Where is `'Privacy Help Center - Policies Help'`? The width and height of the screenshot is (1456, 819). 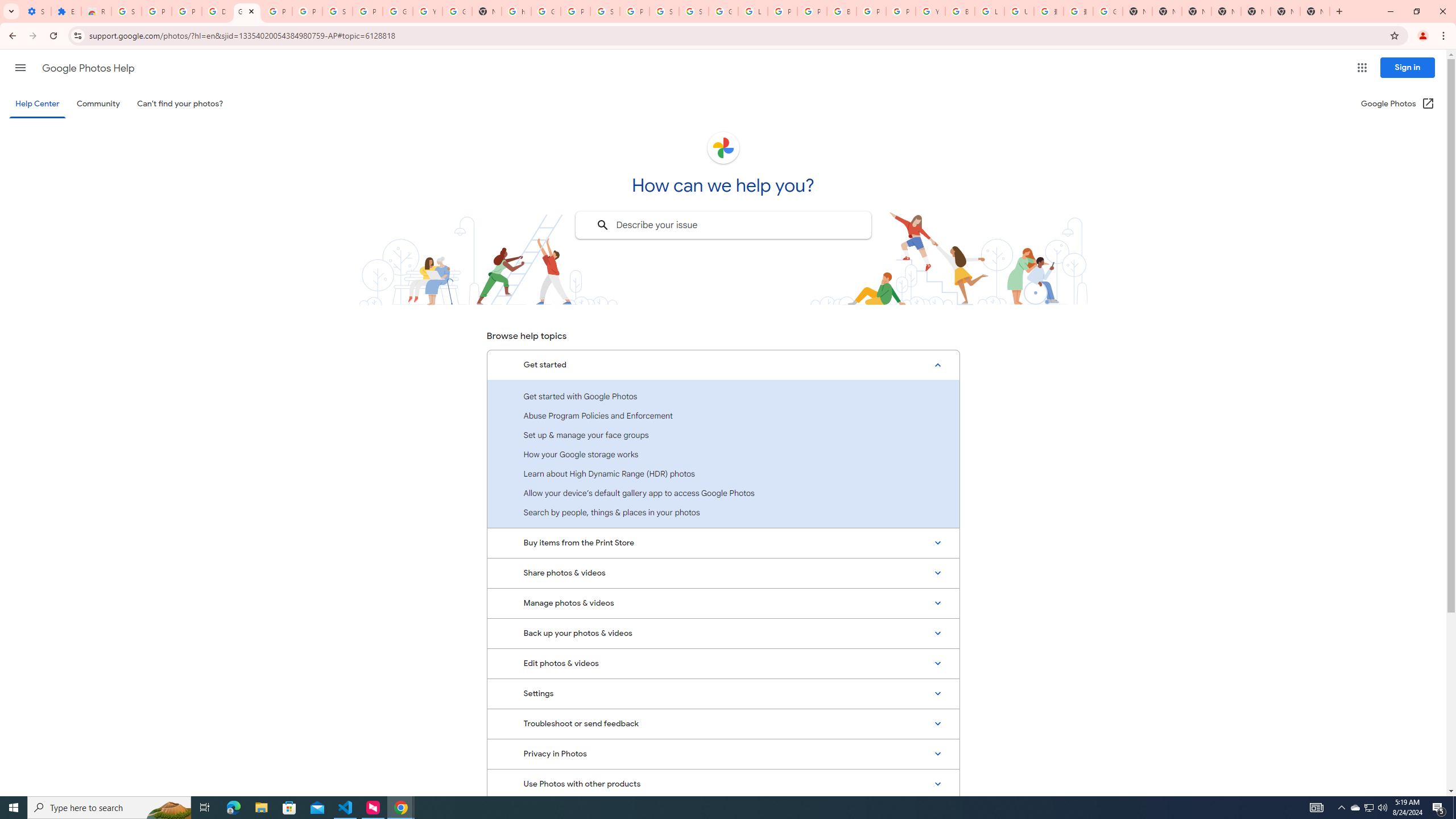 'Privacy Help Center - Policies Help' is located at coordinates (782, 11).